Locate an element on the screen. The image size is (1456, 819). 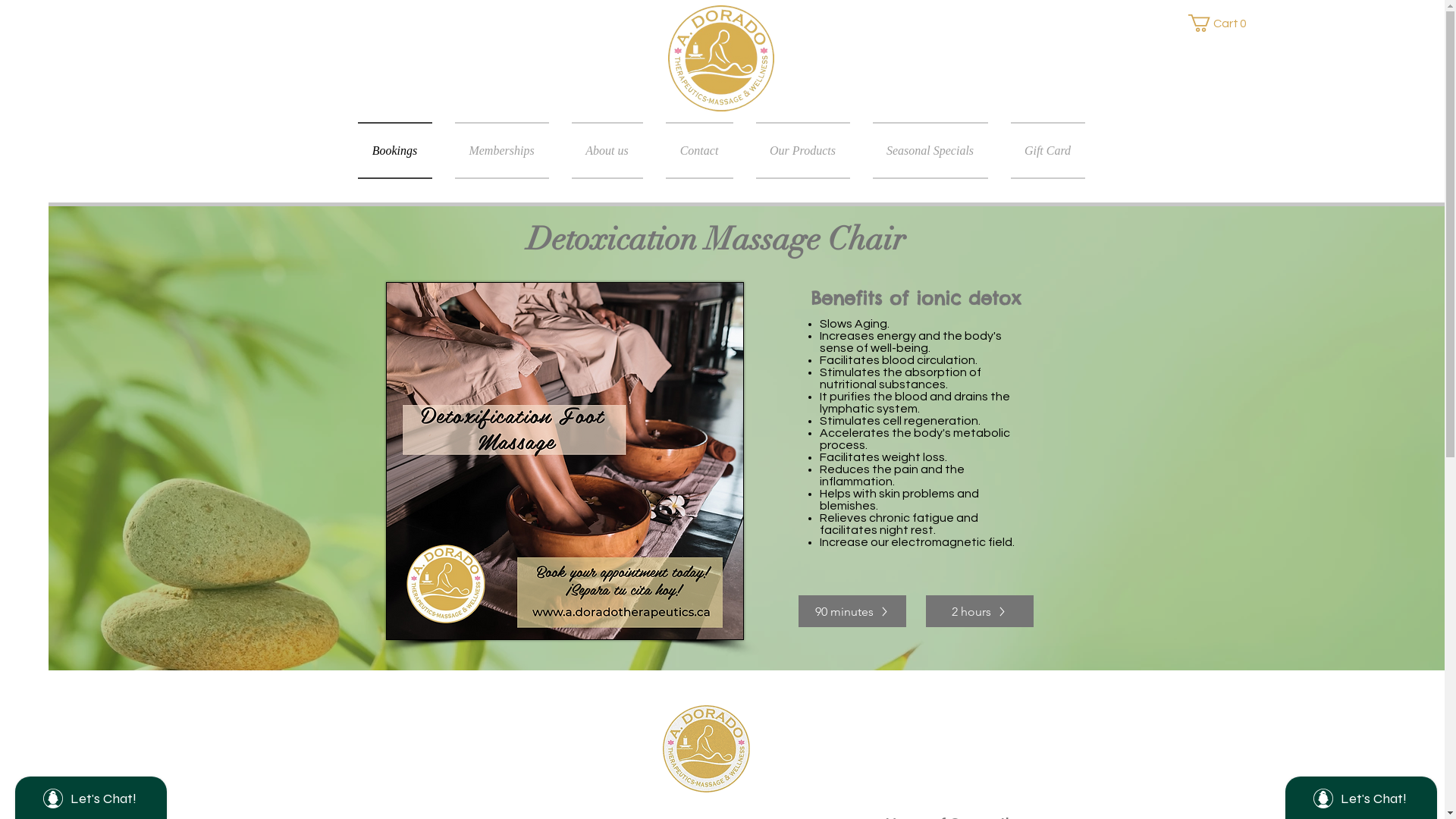
'Bookings' is located at coordinates (400, 150).